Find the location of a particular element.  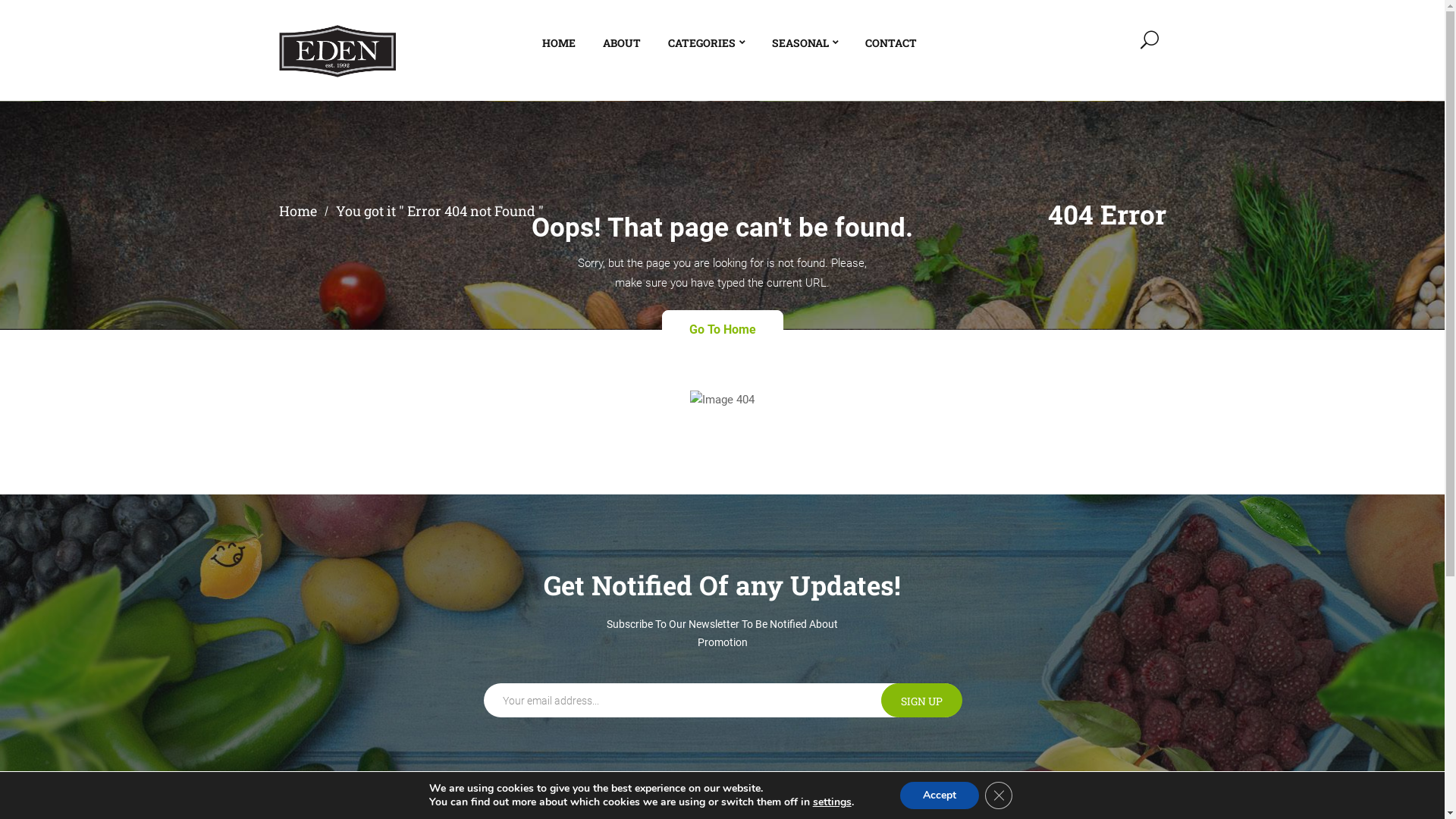

'CONTACT' is located at coordinates (864, 42).